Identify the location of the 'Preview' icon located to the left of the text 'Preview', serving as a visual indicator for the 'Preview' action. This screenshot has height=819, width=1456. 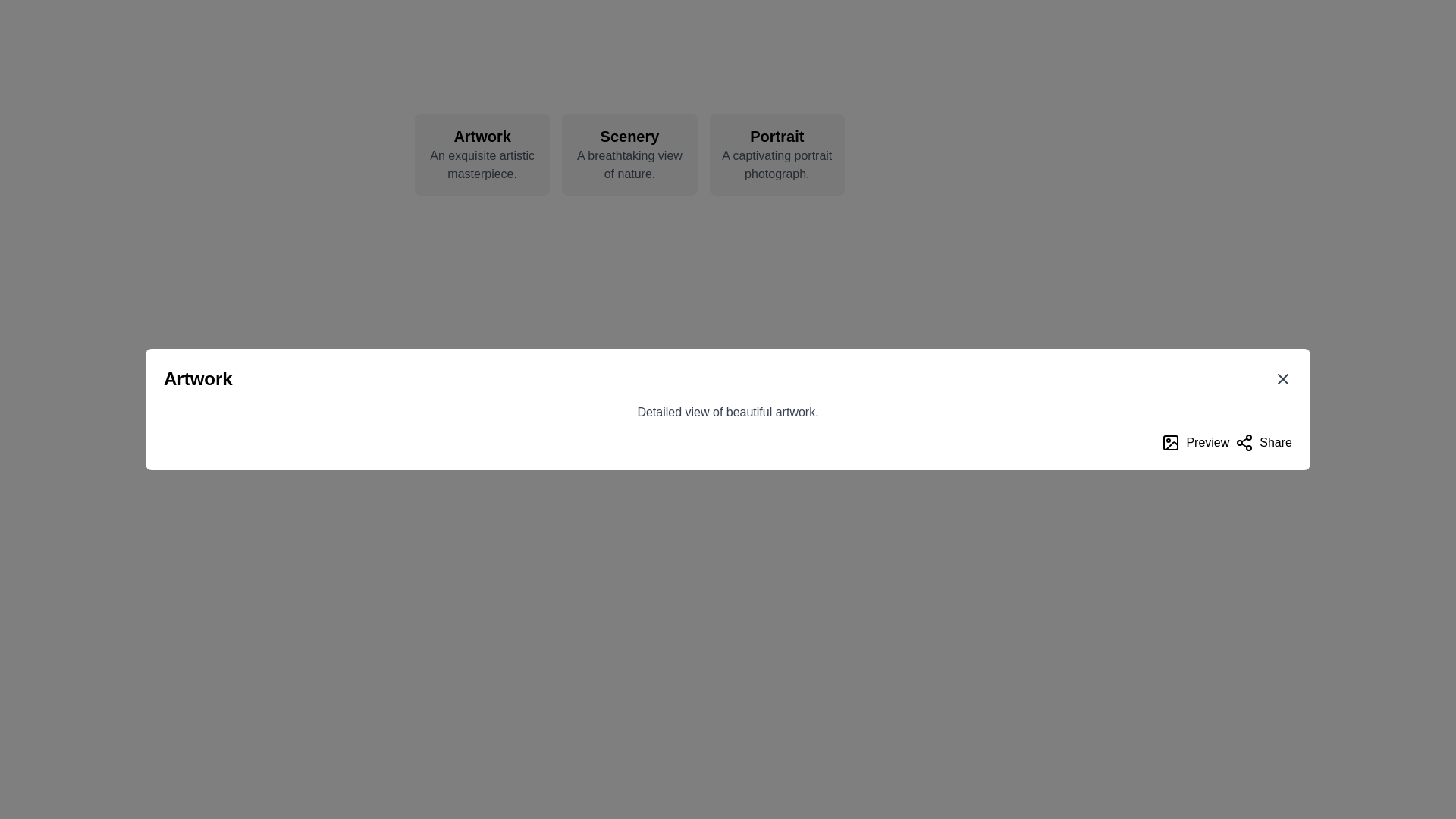
(1170, 442).